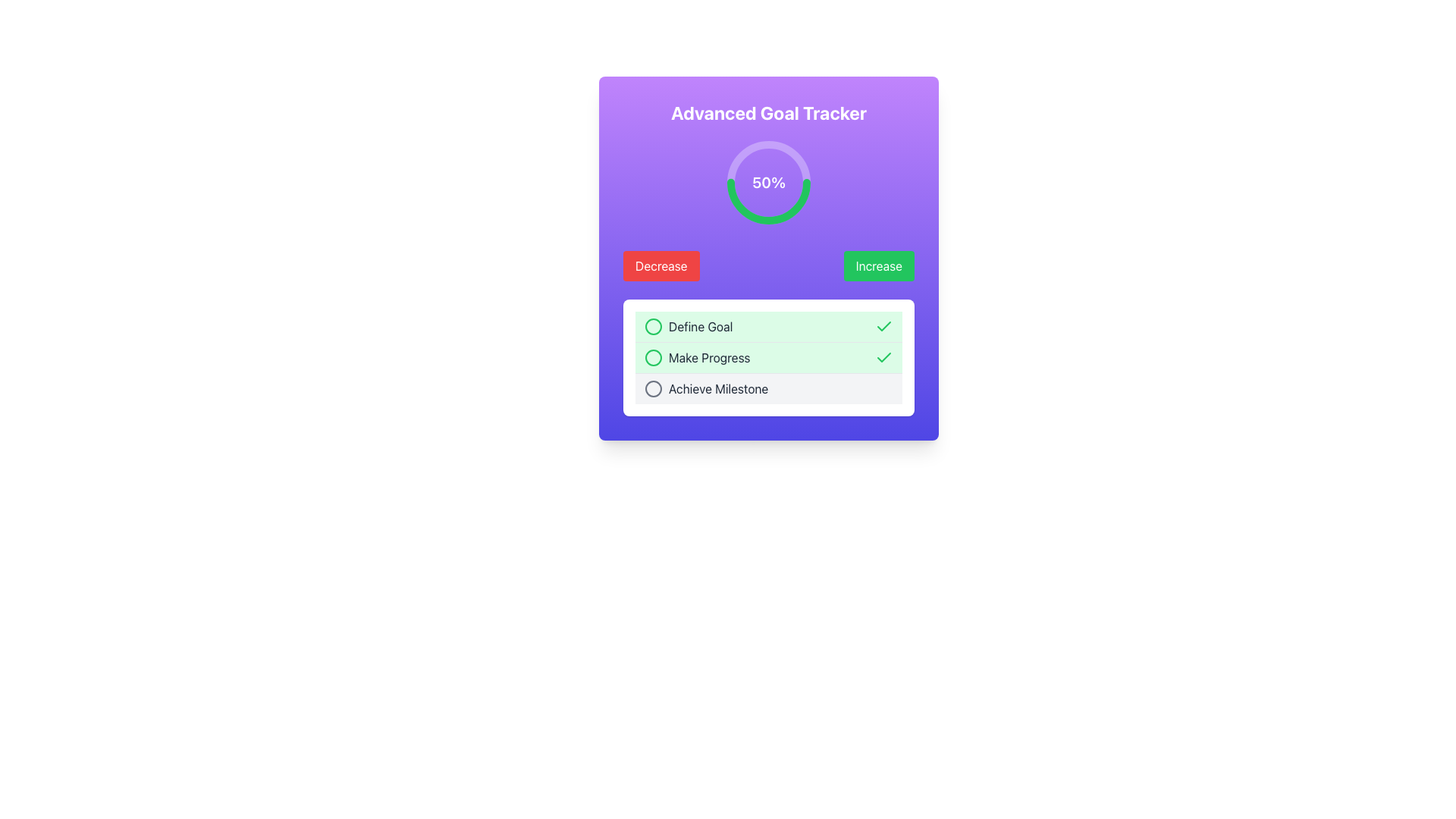  Describe the element at coordinates (654, 357) in the screenshot. I see `the circular green outlined icon in the second row of the progress tracker section, located to the left of the text 'Make Progress'` at that location.